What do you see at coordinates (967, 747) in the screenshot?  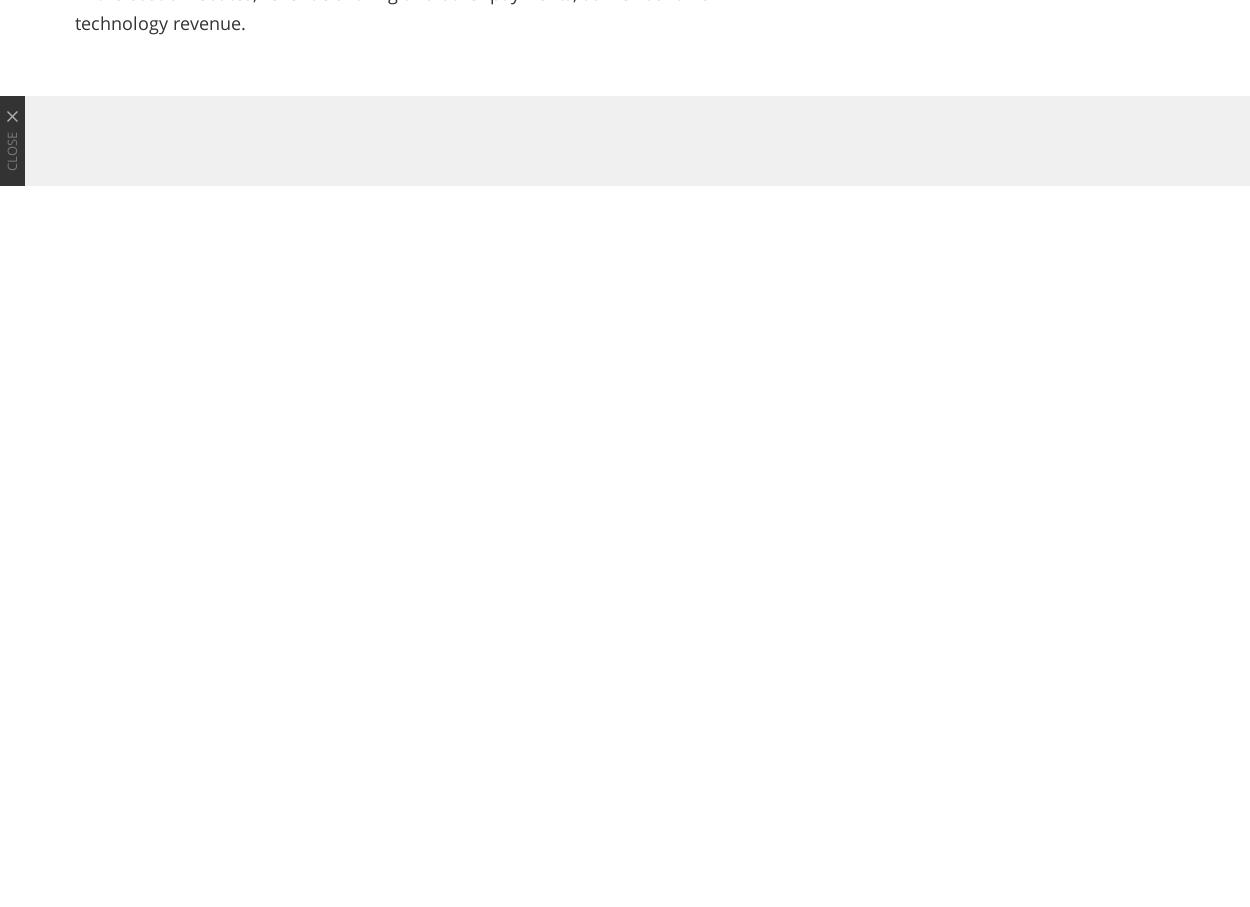 I see `'Buying Groups'` at bounding box center [967, 747].